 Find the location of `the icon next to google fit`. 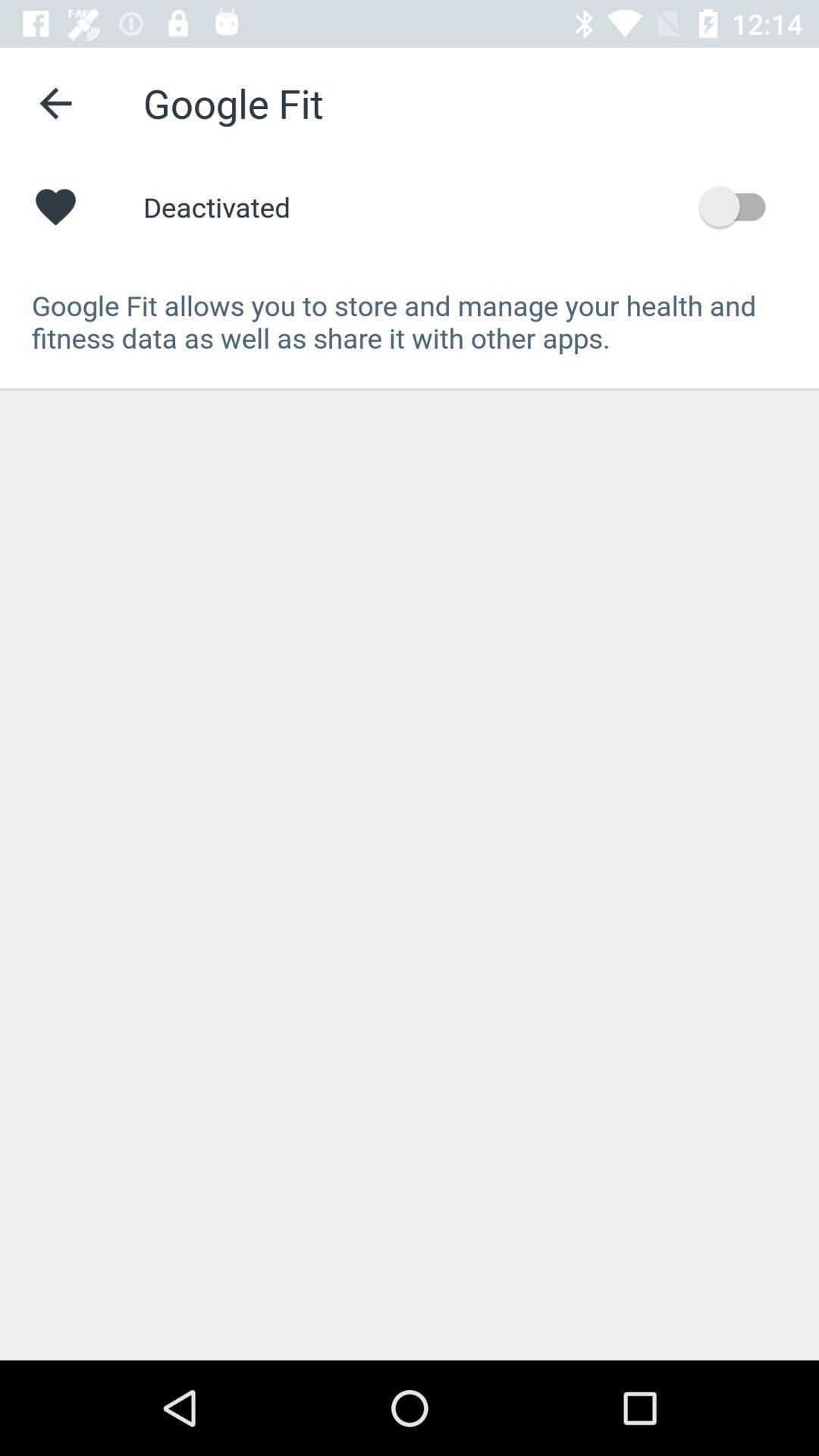

the icon next to google fit is located at coordinates (55, 102).